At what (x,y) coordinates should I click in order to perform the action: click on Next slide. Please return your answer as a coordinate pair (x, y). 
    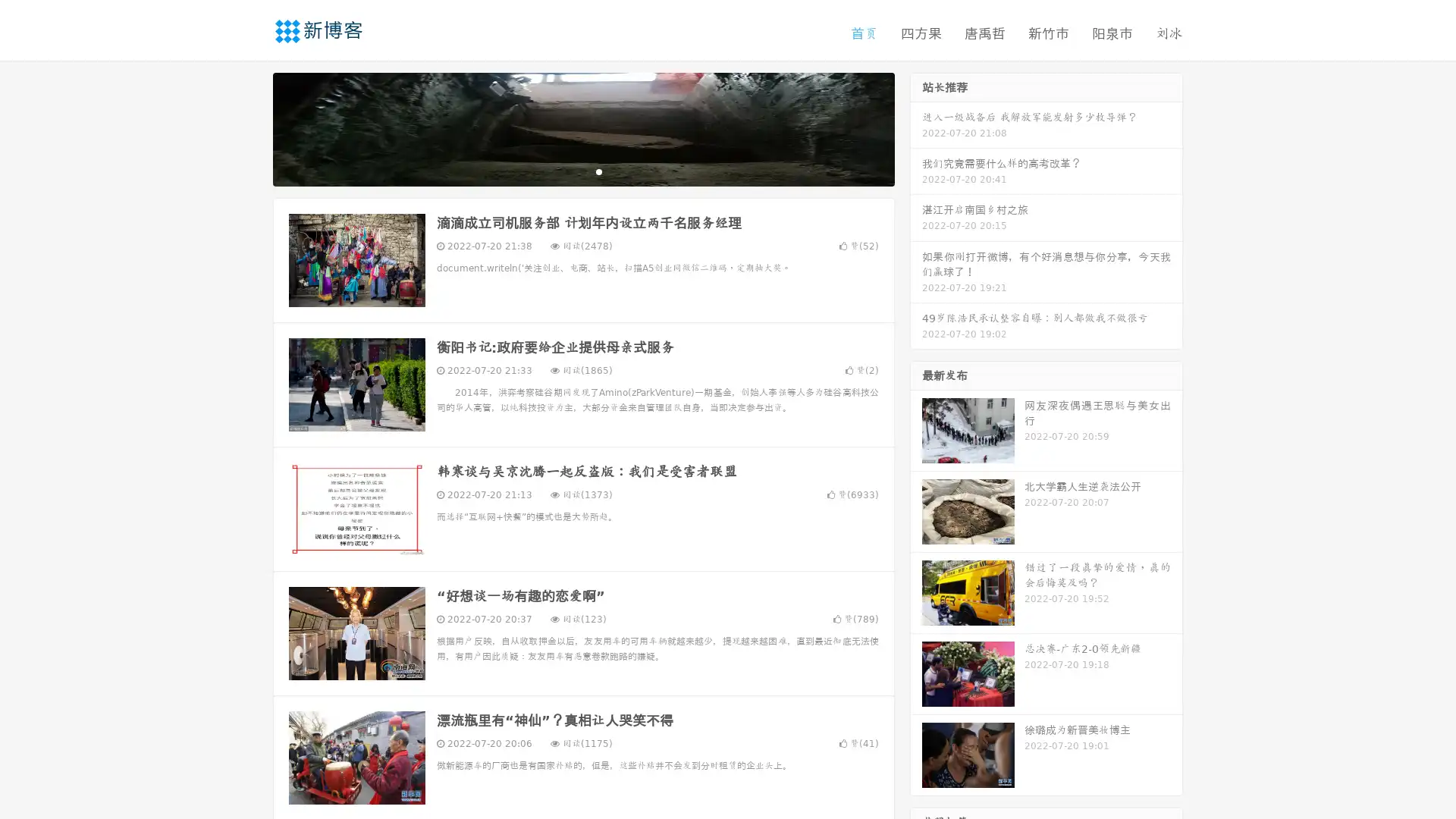
    Looking at the image, I should click on (916, 127).